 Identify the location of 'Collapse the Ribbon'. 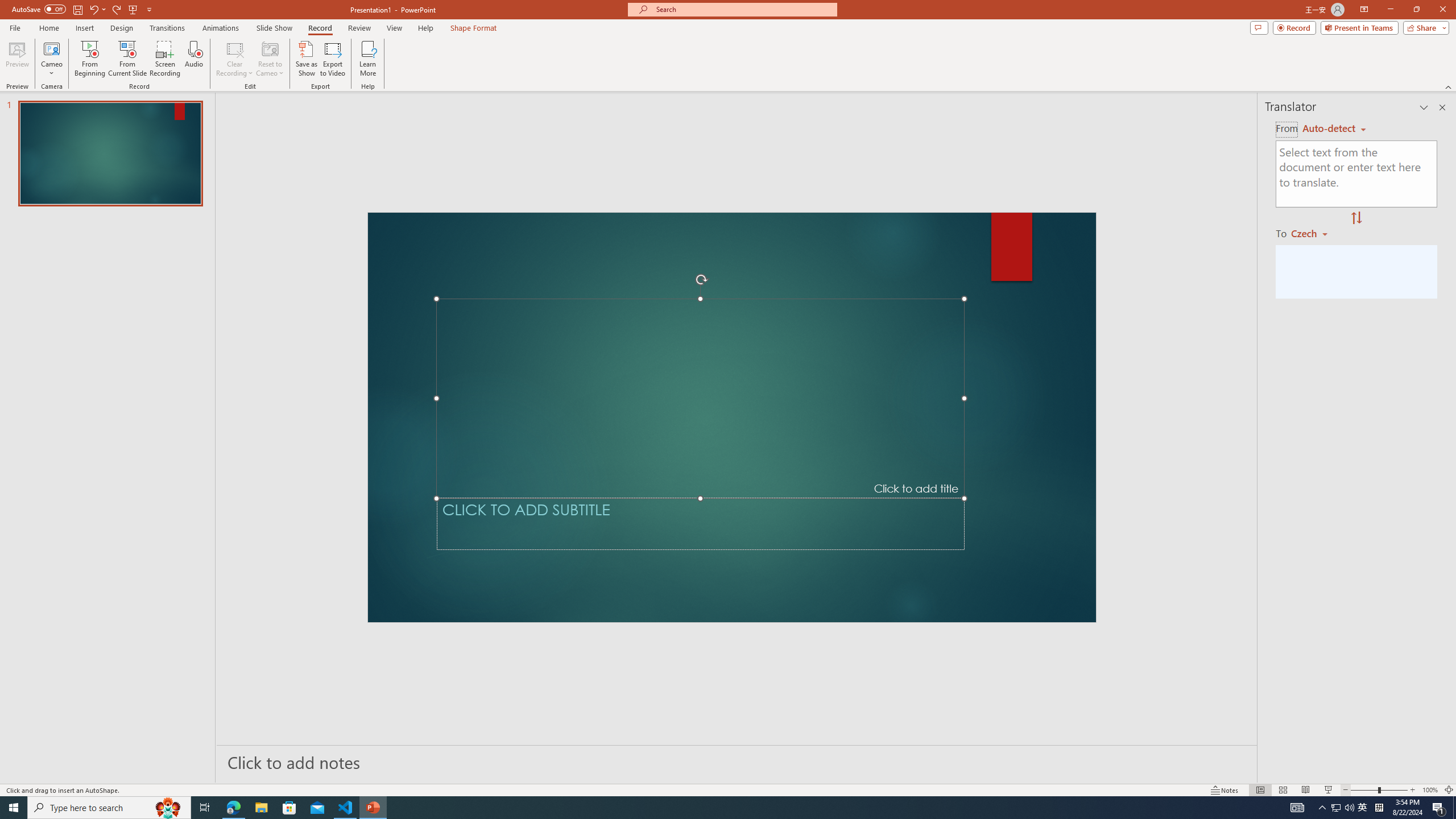
(1449, 87).